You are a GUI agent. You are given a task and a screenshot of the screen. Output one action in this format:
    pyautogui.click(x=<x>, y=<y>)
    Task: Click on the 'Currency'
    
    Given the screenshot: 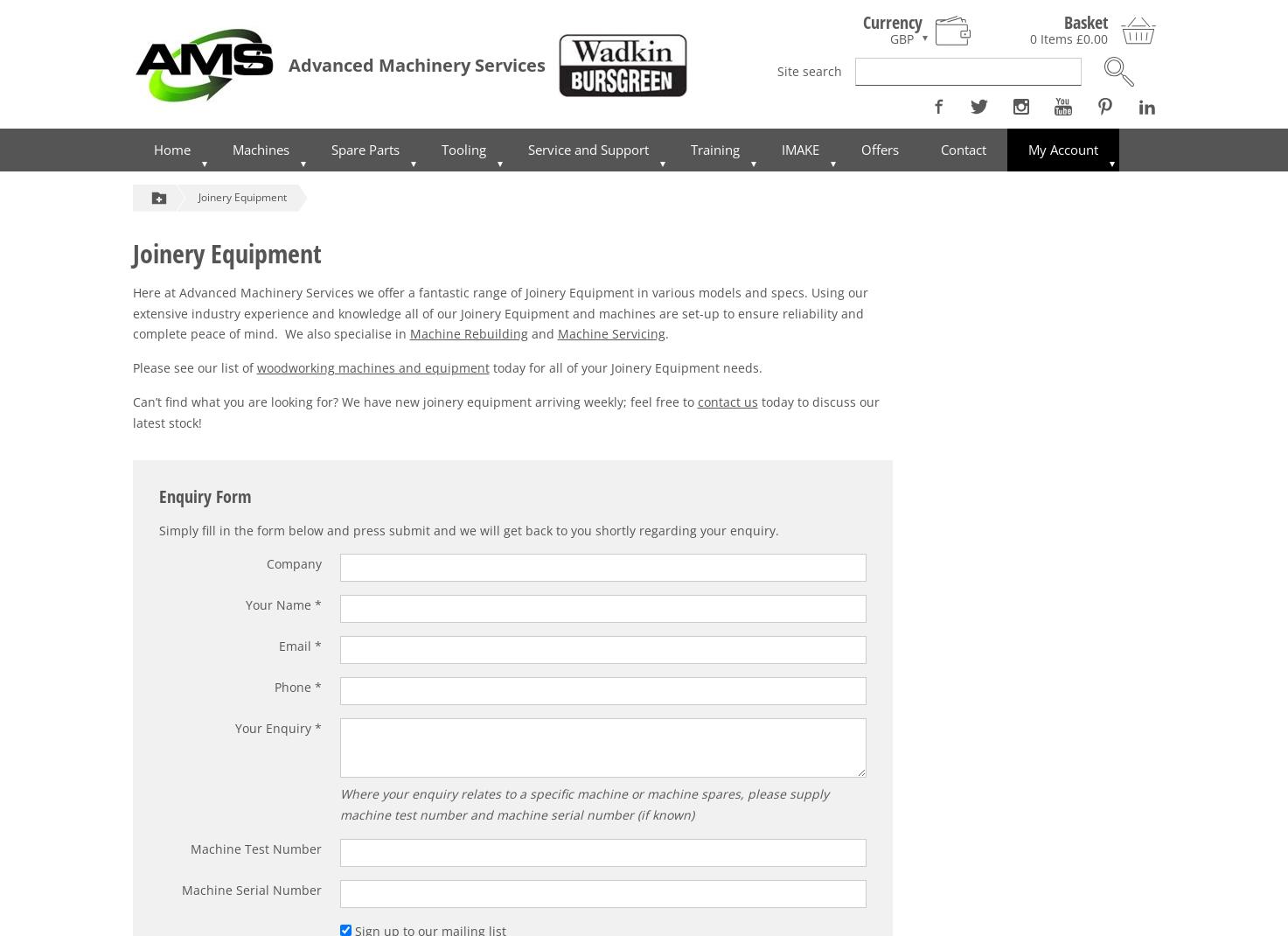 What is the action you would take?
    pyautogui.click(x=891, y=21)
    